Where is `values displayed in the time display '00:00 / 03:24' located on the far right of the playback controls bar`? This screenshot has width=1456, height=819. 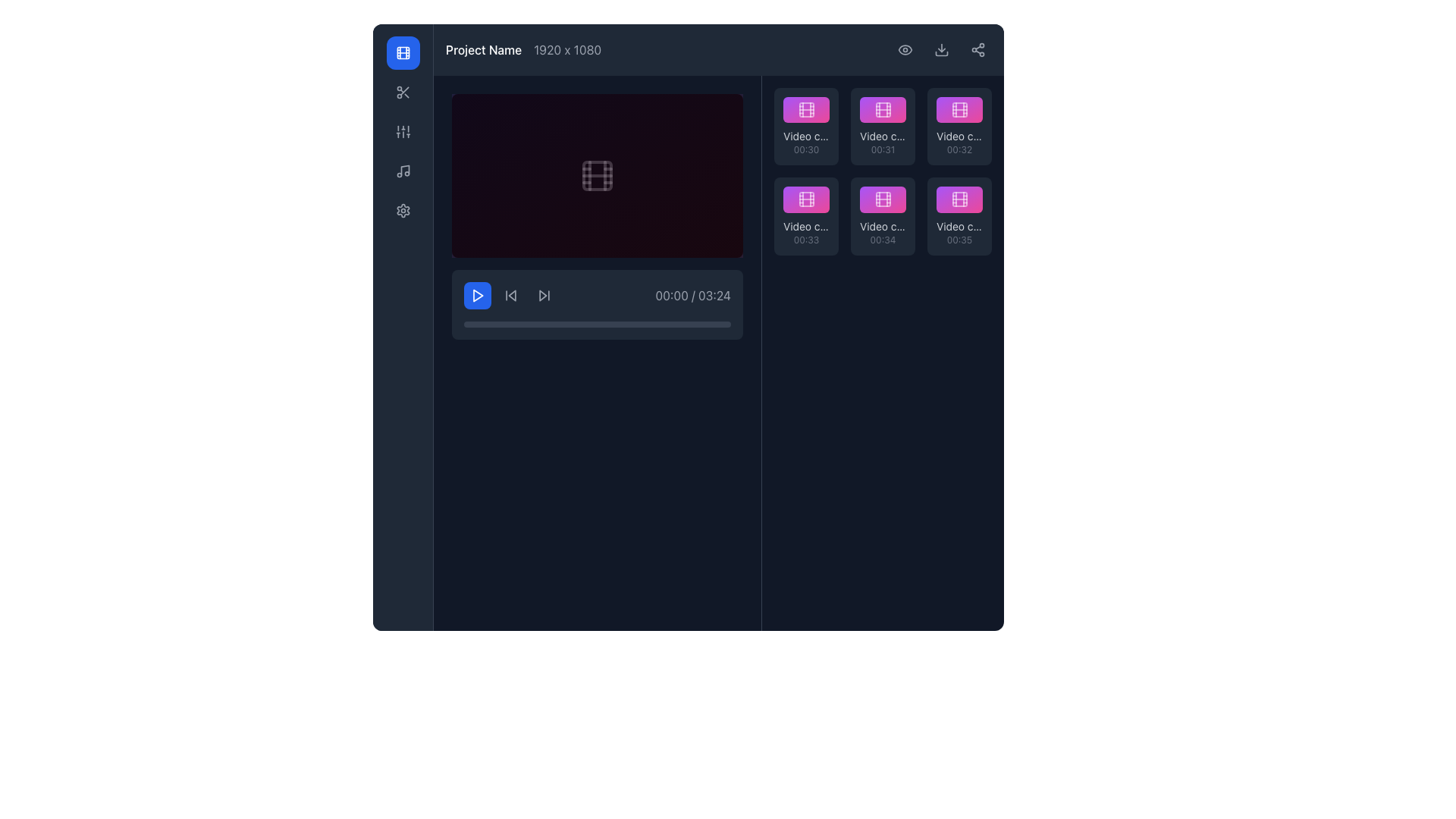 values displayed in the time display '00:00 / 03:24' located on the far right of the playback controls bar is located at coordinates (596, 295).